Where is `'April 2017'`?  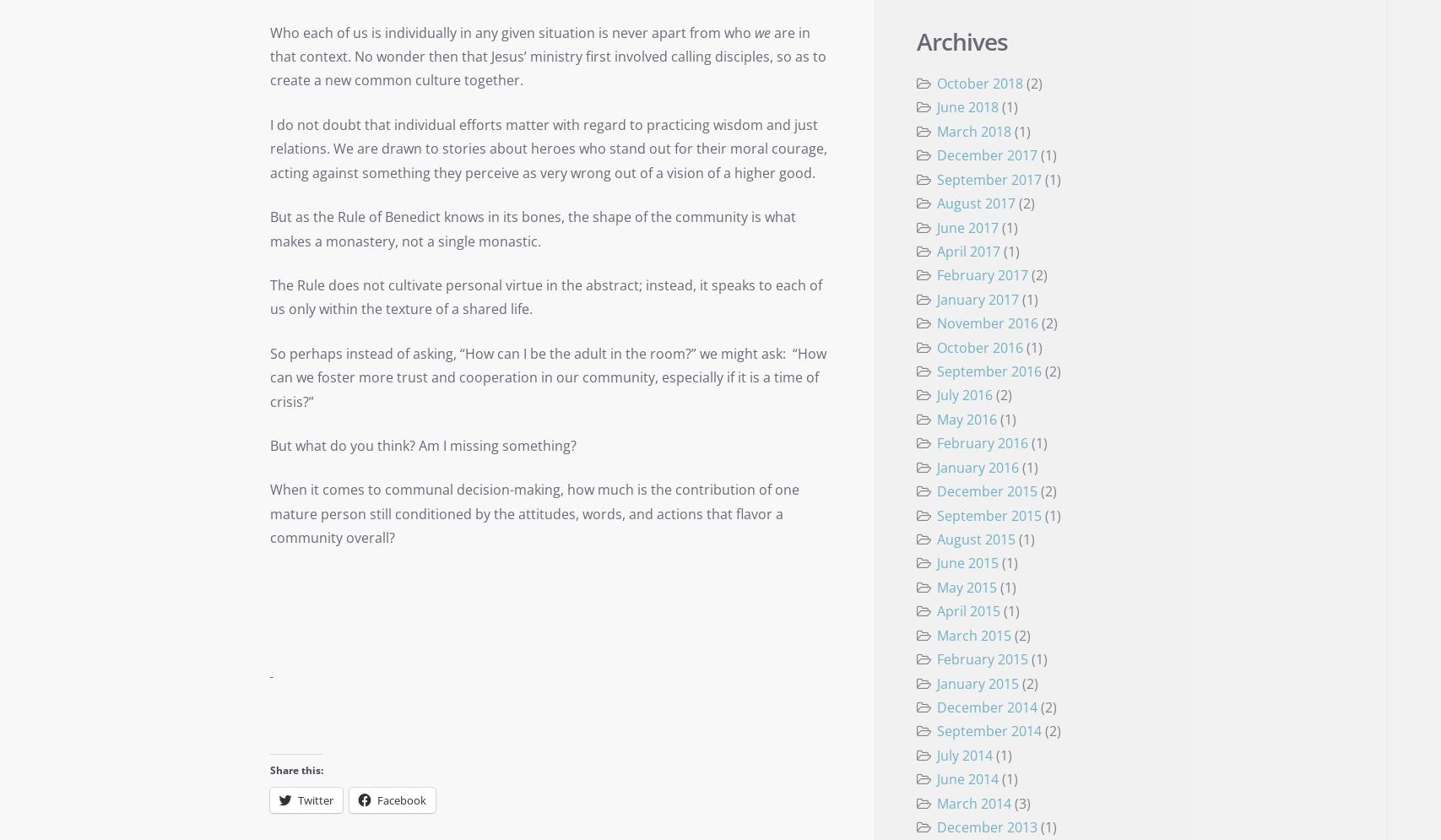 'April 2017' is located at coordinates (967, 250).